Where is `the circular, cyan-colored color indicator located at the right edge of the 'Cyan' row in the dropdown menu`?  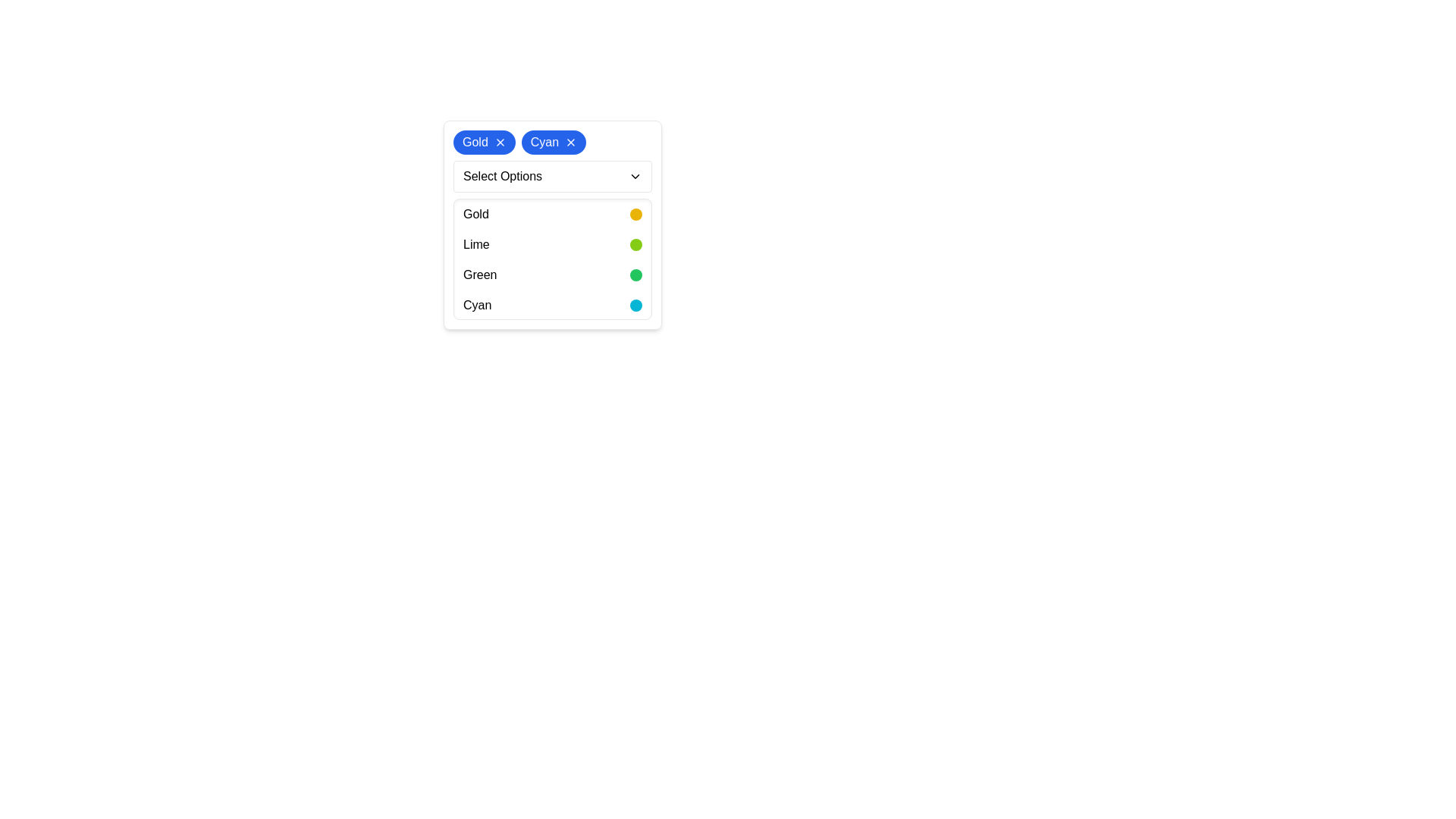
the circular, cyan-colored color indicator located at the right edge of the 'Cyan' row in the dropdown menu is located at coordinates (636, 305).